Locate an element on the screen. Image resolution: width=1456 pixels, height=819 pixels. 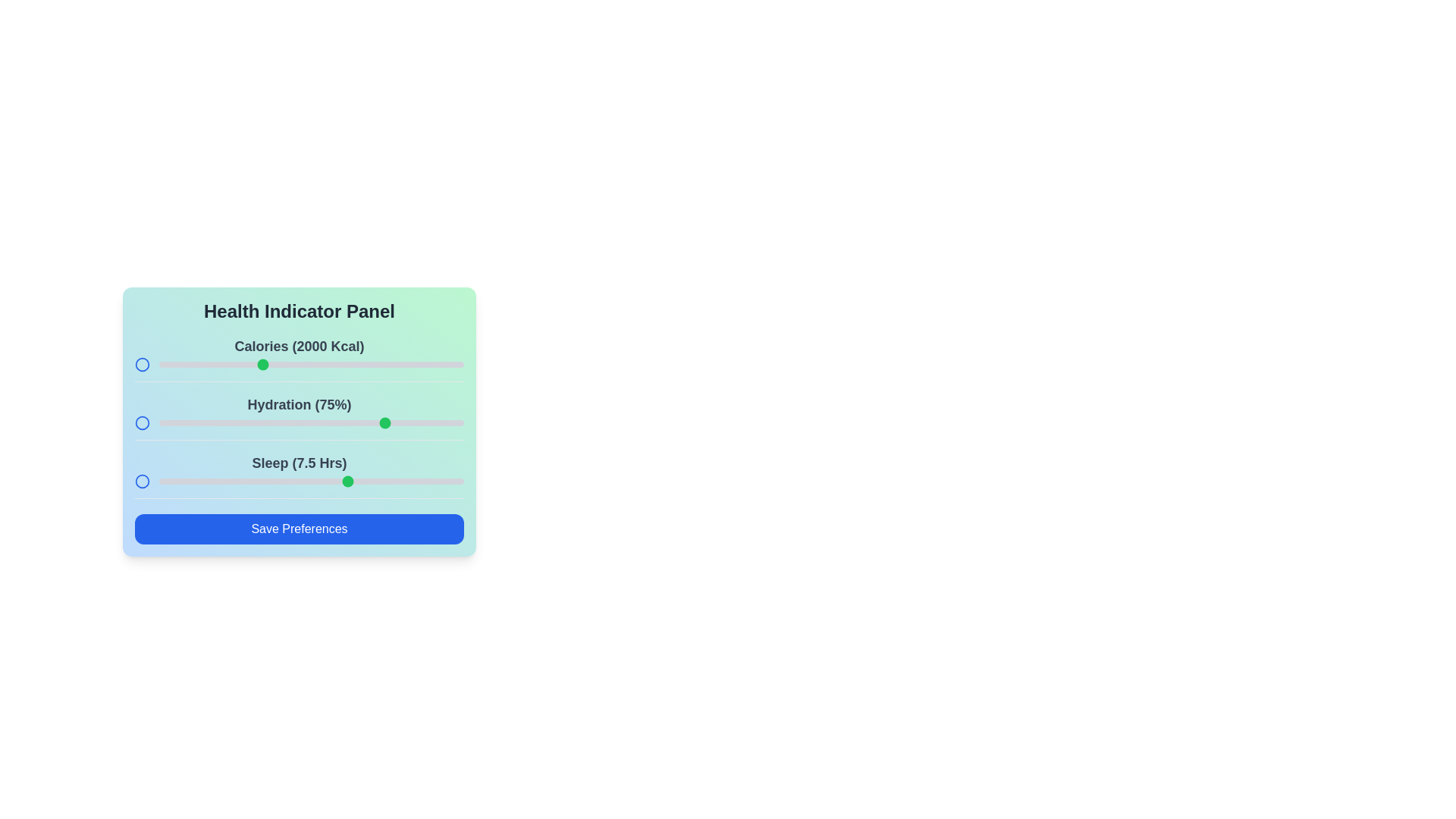
the calories slider to 2000 kcal is located at coordinates (261, 365).